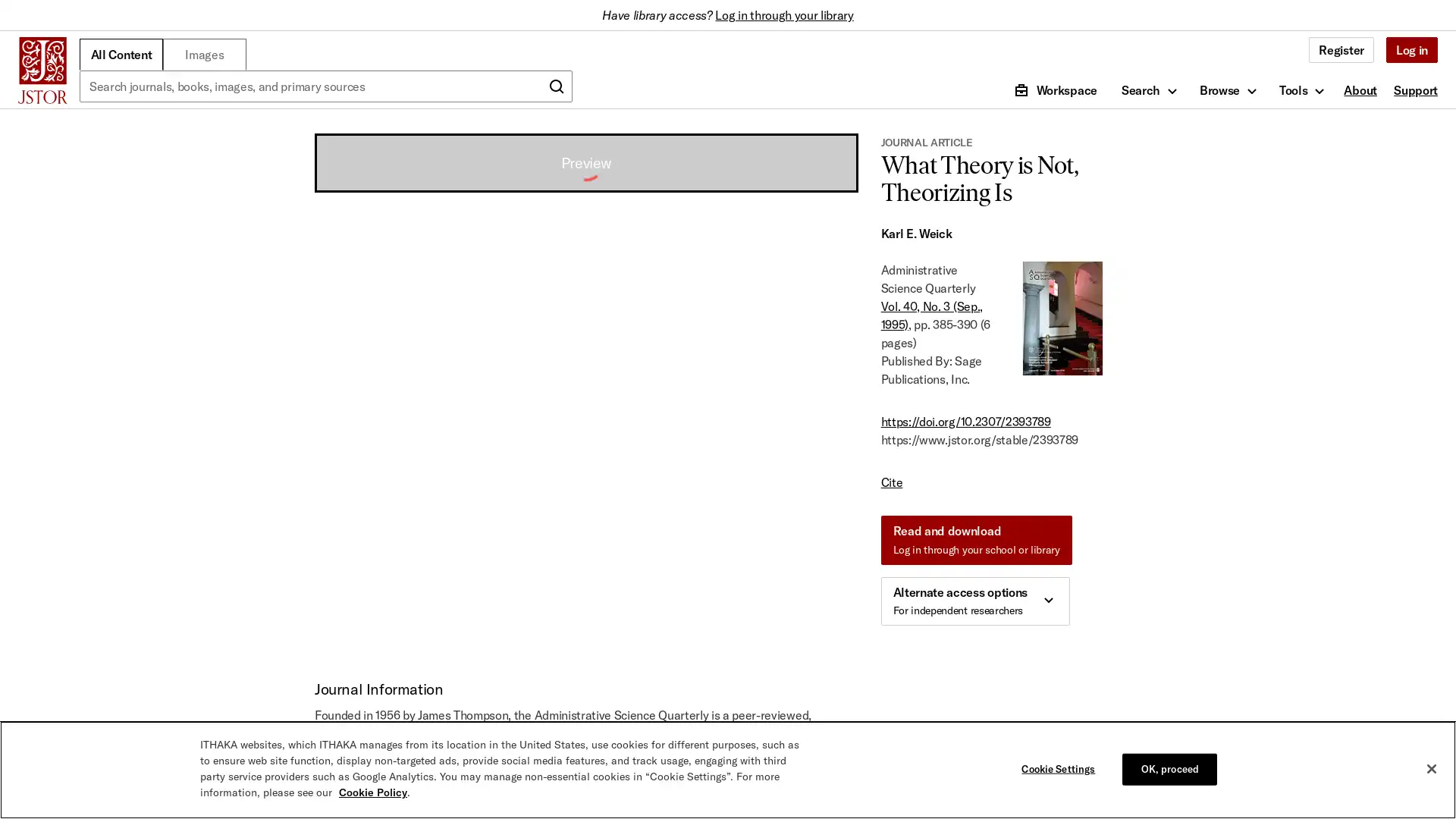 The height and width of the screenshot is (819, 1456). What do you see at coordinates (1410, 49) in the screenshot?
I see `Log in` at bounding box center [1410, 49].